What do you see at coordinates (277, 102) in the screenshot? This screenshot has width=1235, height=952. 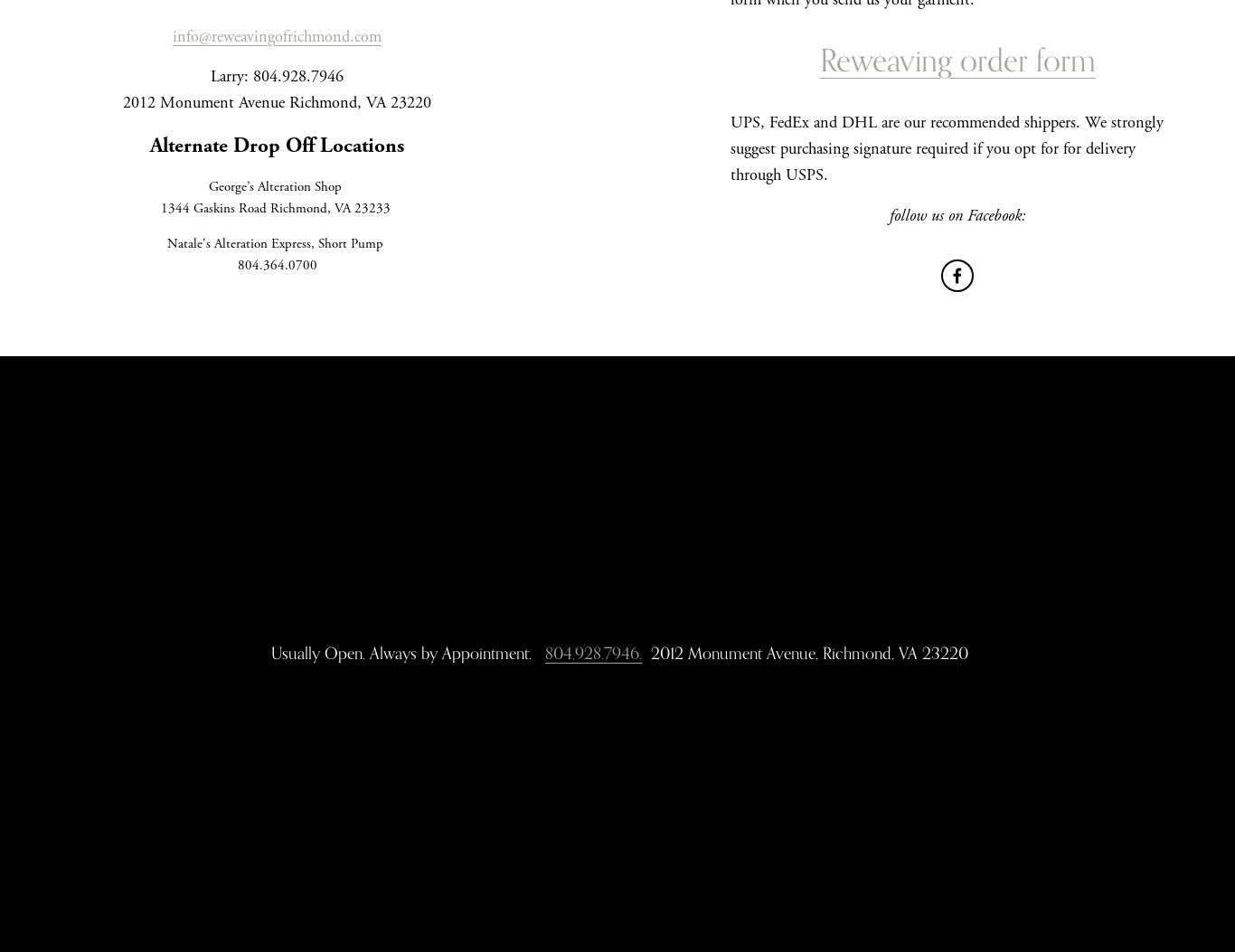 I see `'2012 Monument Avenue Richmond, VA 23220'` at bounding box center [277, 102].